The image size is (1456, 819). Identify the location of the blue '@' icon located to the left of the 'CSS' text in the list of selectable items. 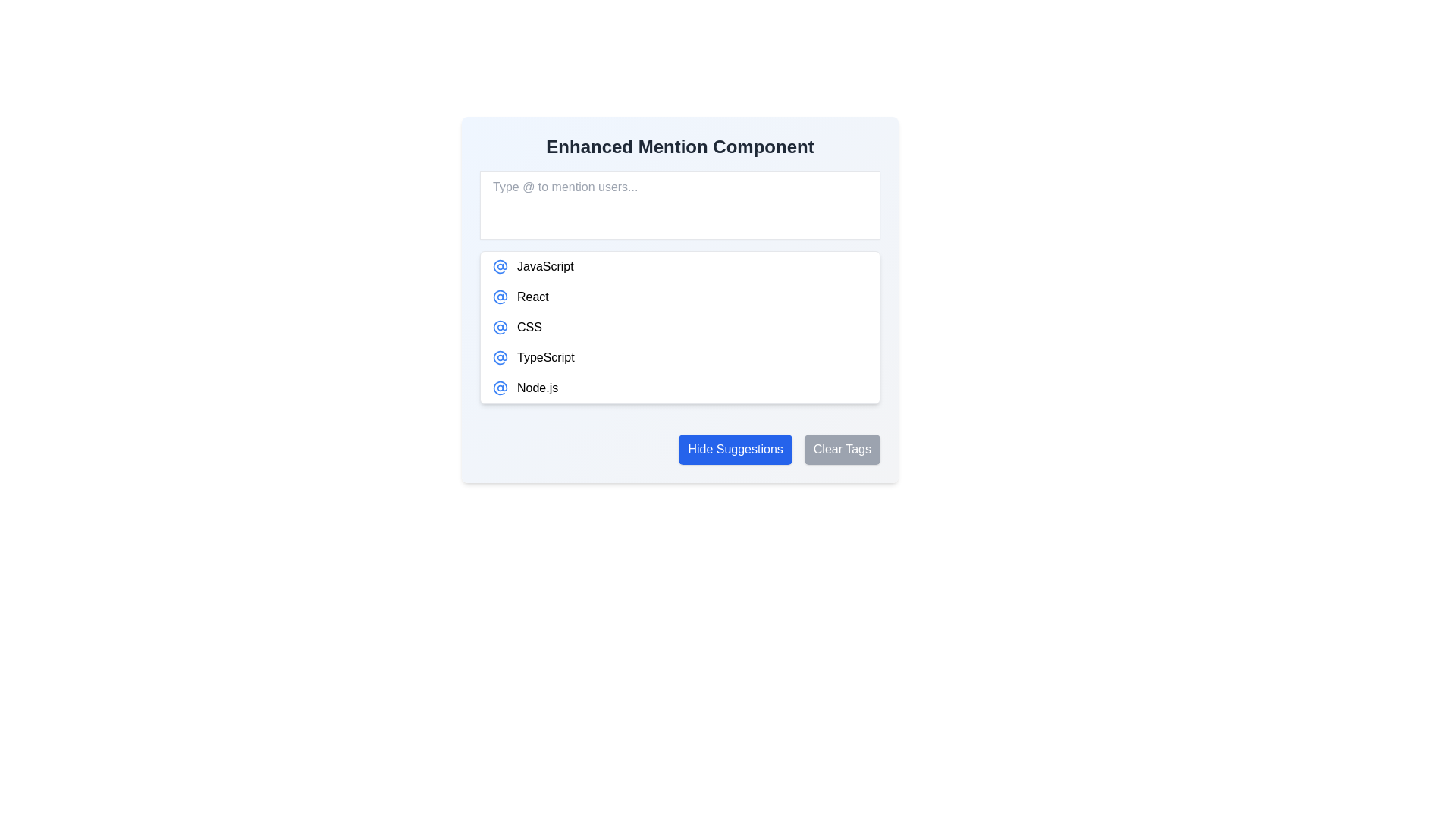
(500, 327).